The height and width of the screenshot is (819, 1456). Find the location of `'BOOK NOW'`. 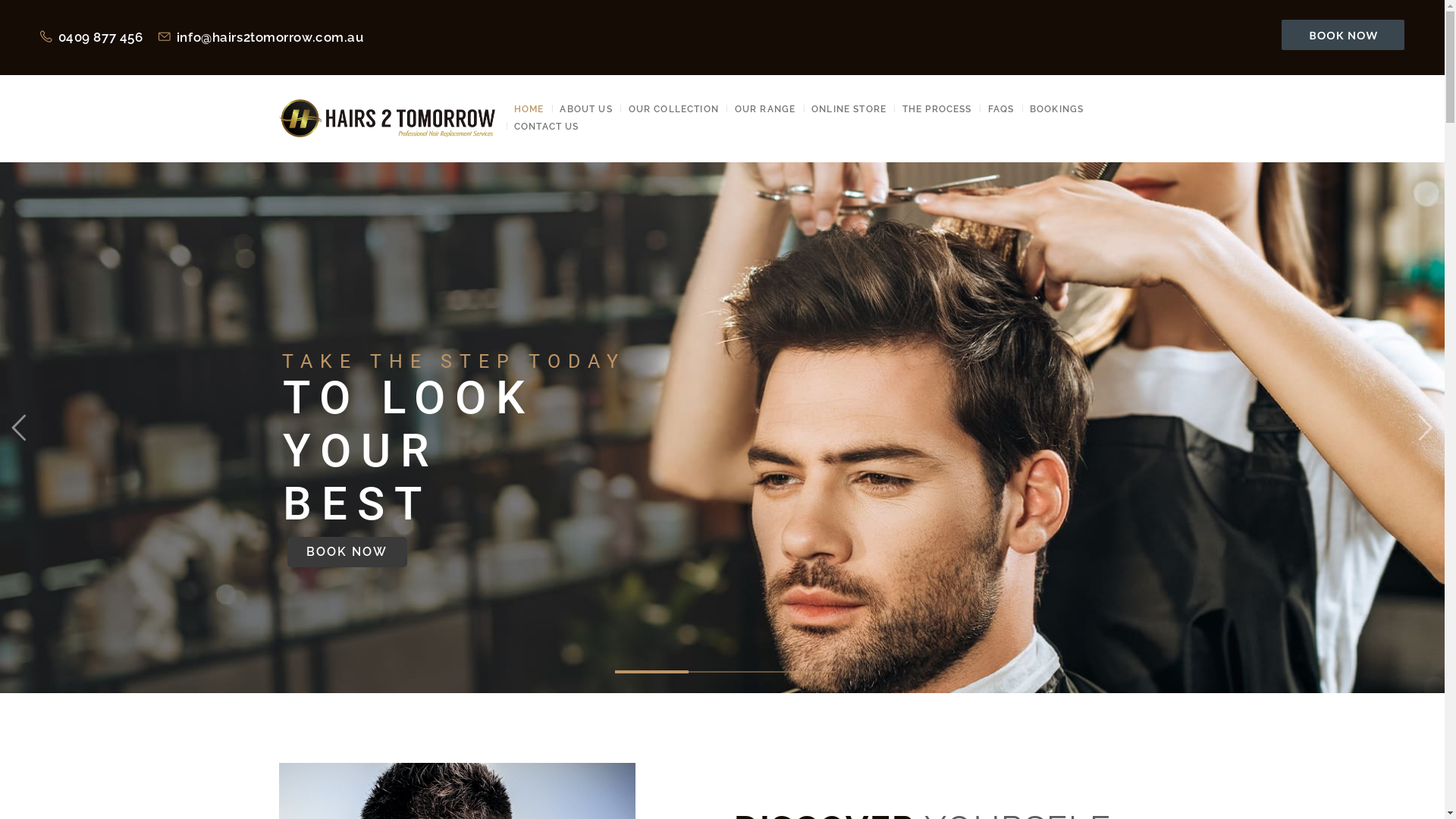

'BOOK NOW' is located at coordinates (345, 552).